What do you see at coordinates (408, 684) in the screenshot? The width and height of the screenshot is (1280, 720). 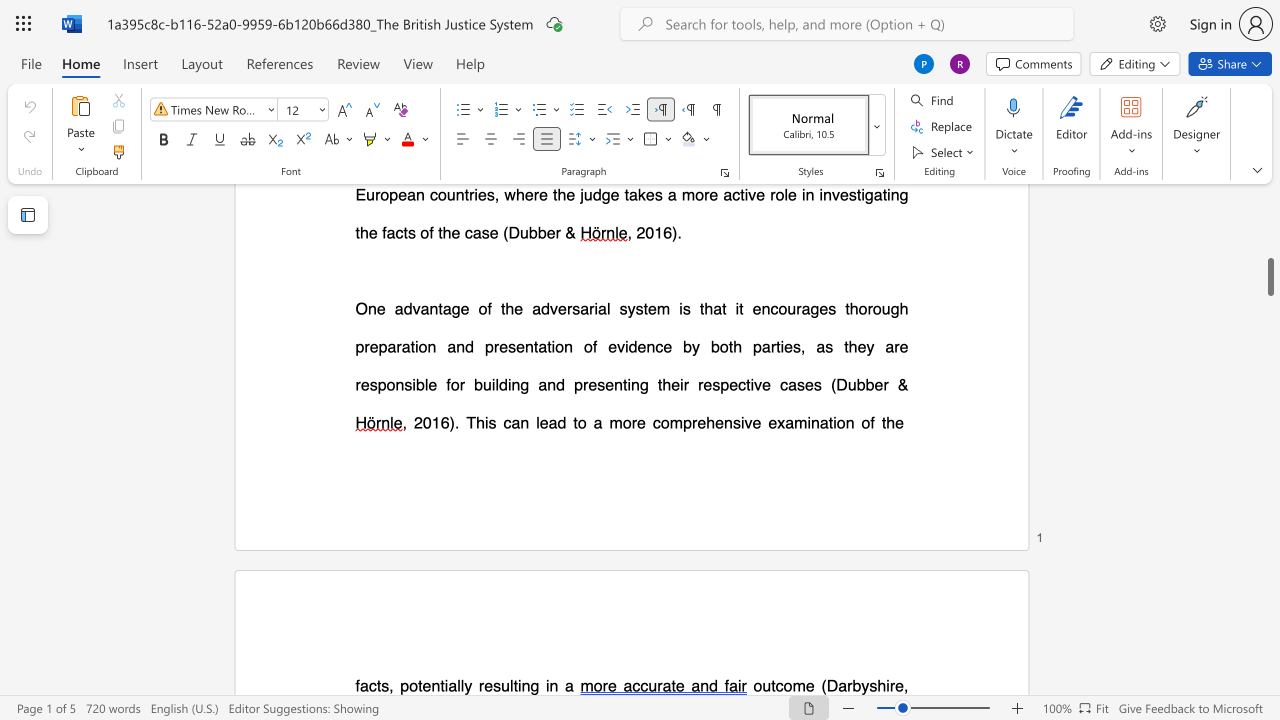 I see `the space between the continuous character "p" and "o" in the text` at bounding box center [408, 684].